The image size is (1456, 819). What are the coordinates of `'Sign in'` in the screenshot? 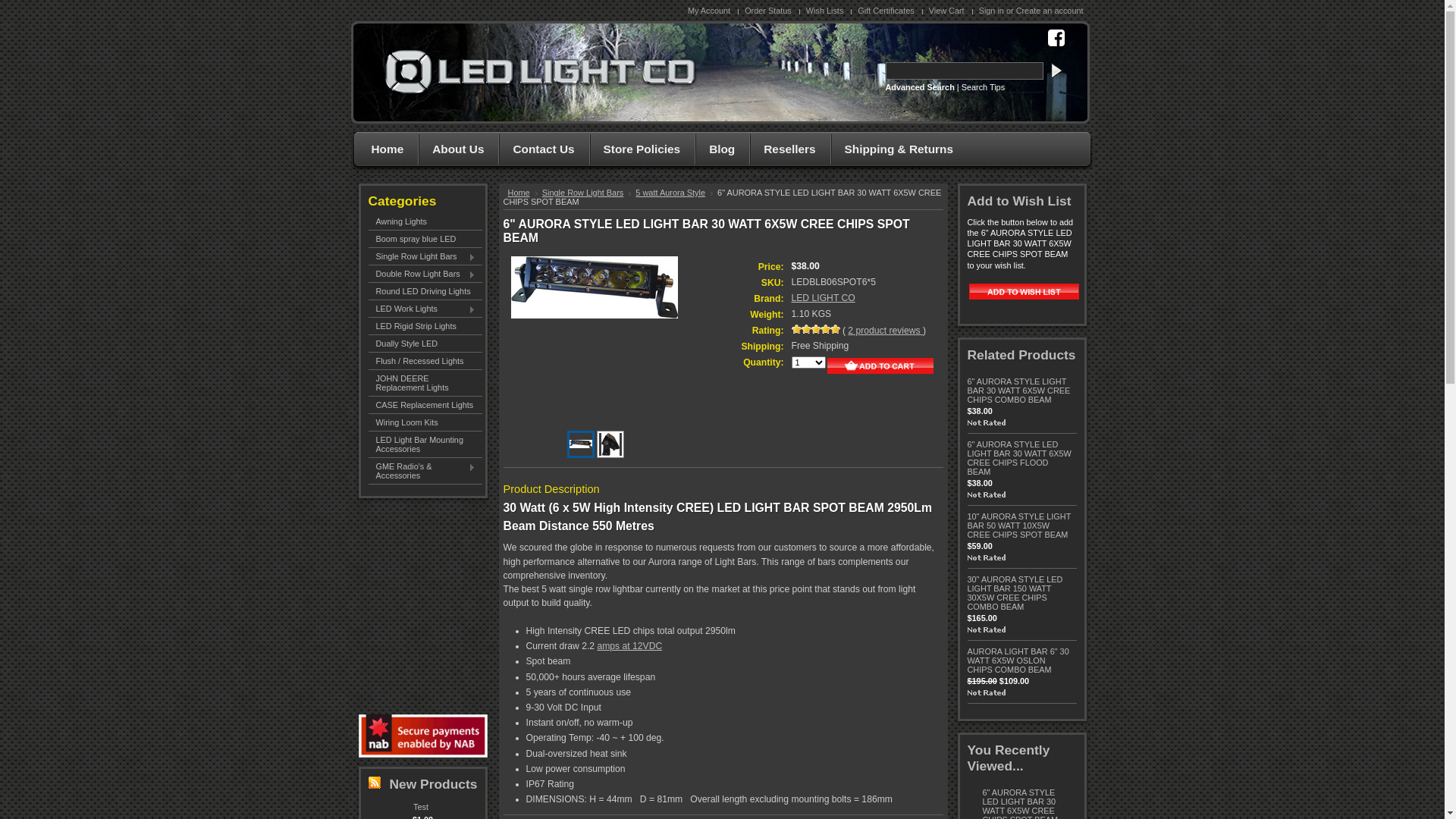 It's located at (979, 11).